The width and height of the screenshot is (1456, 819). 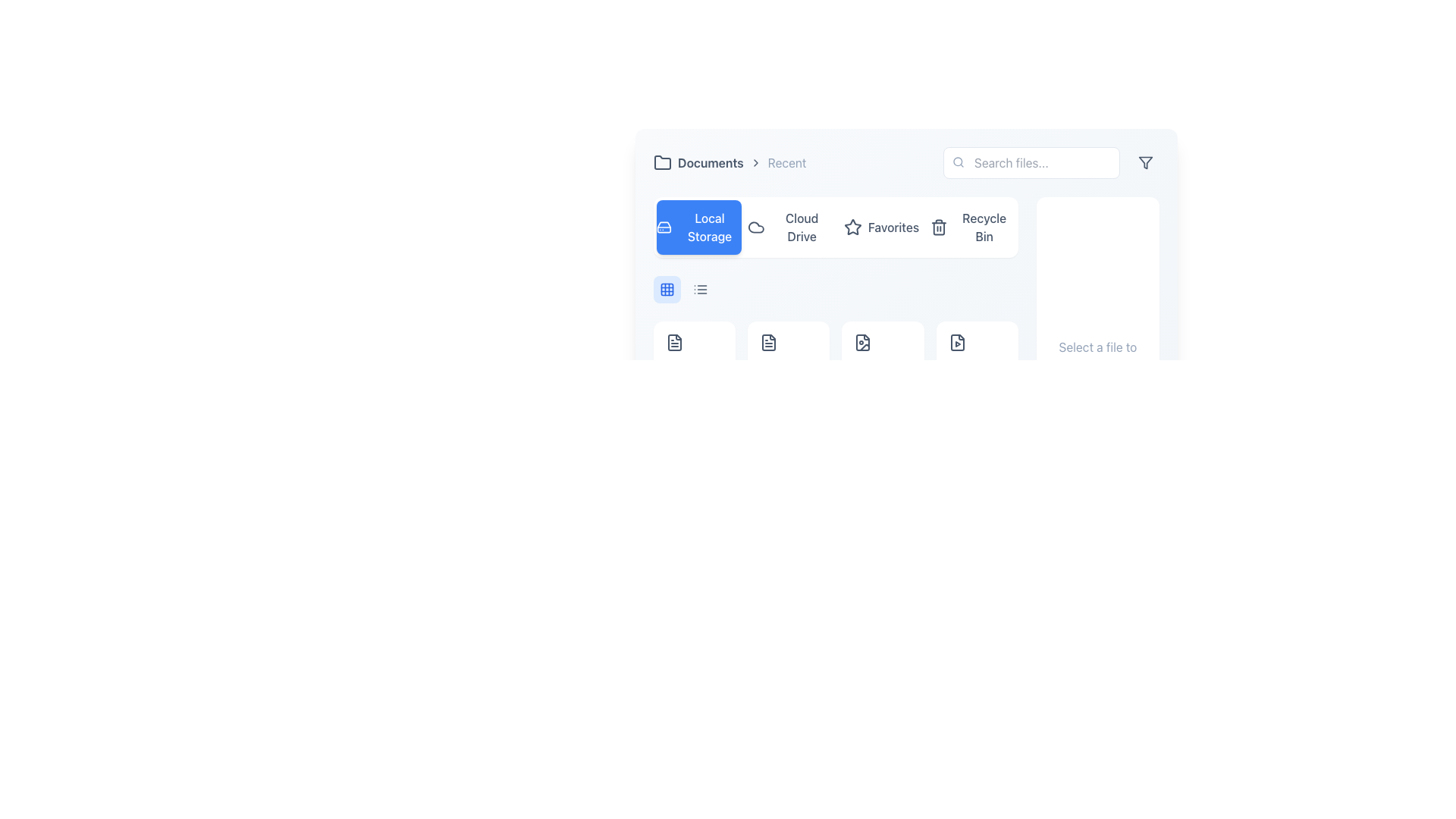 I want to click on the small magnifying glass icon styled as a search symbol located on the left side of the input field in the upper-right portion of the interface, so click(x=957, y=162).